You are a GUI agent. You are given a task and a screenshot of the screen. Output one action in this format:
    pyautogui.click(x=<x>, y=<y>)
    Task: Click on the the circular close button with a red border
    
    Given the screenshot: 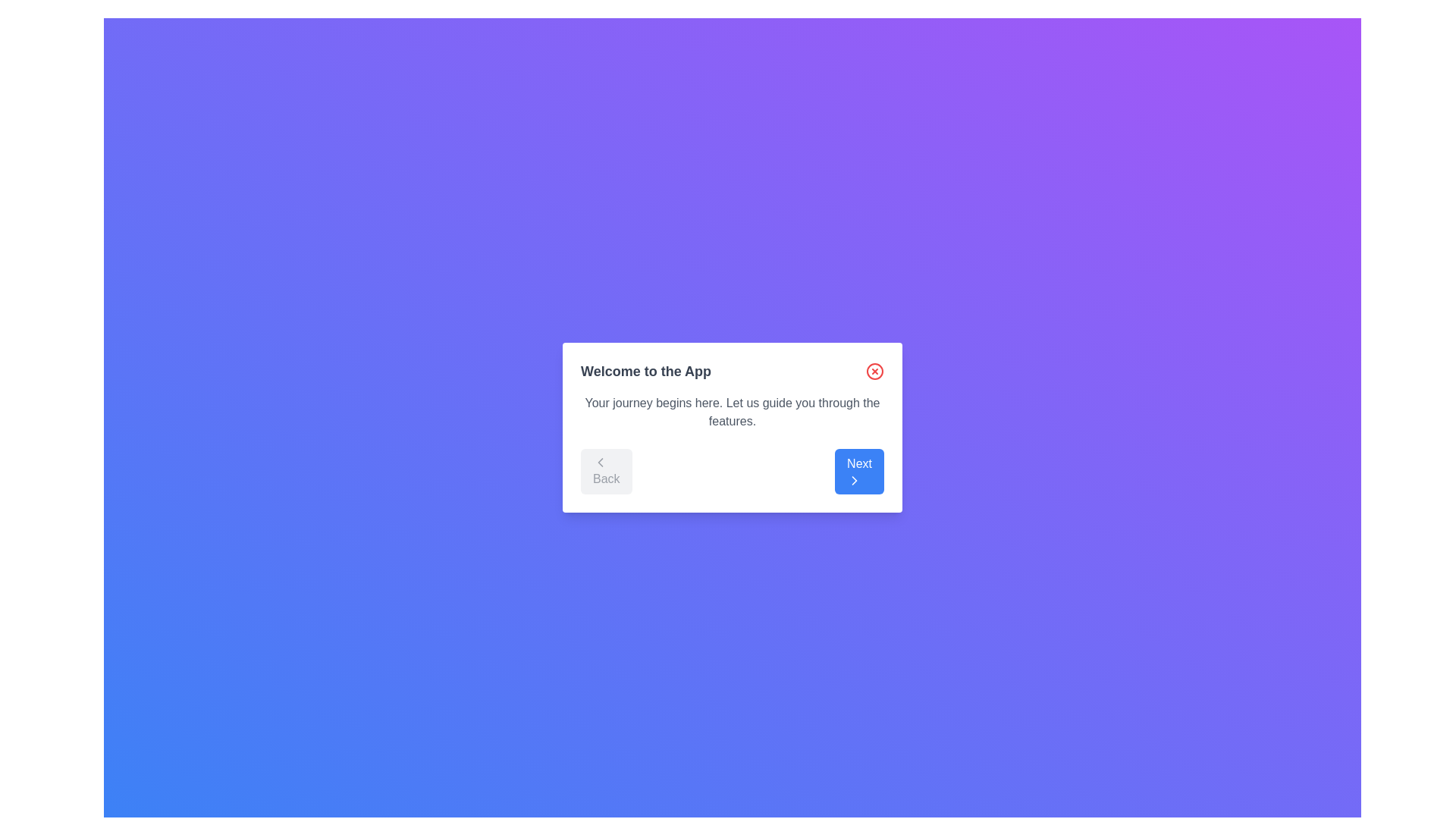 What is the action you would take?
    pyautogui.click(x=874, y=371)
    